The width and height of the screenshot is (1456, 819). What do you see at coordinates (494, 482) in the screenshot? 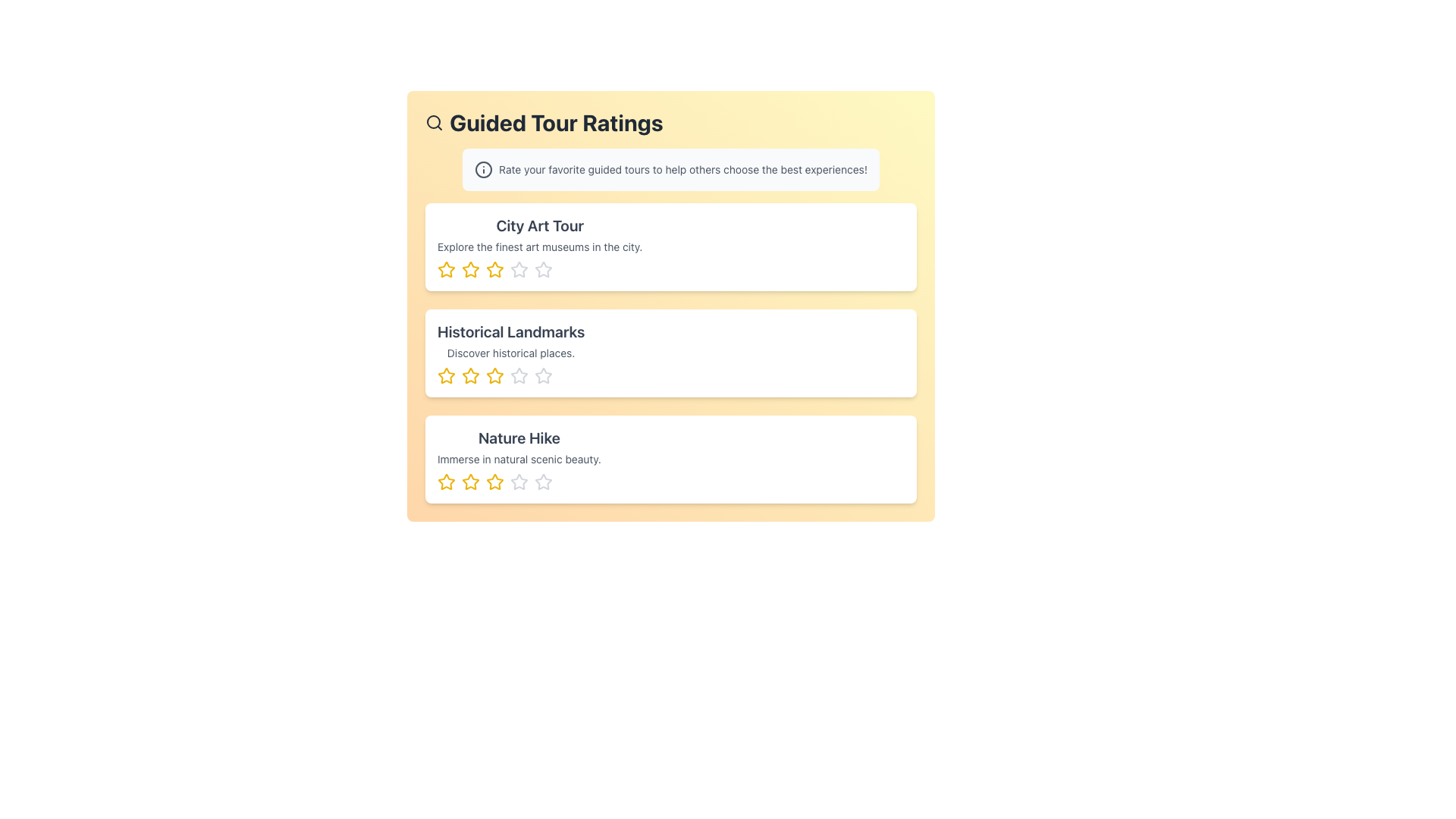
I see `the third yellow star icon in the 'Nature Hike' rating section to potentially view additional information` at bounding box center [494, 482].